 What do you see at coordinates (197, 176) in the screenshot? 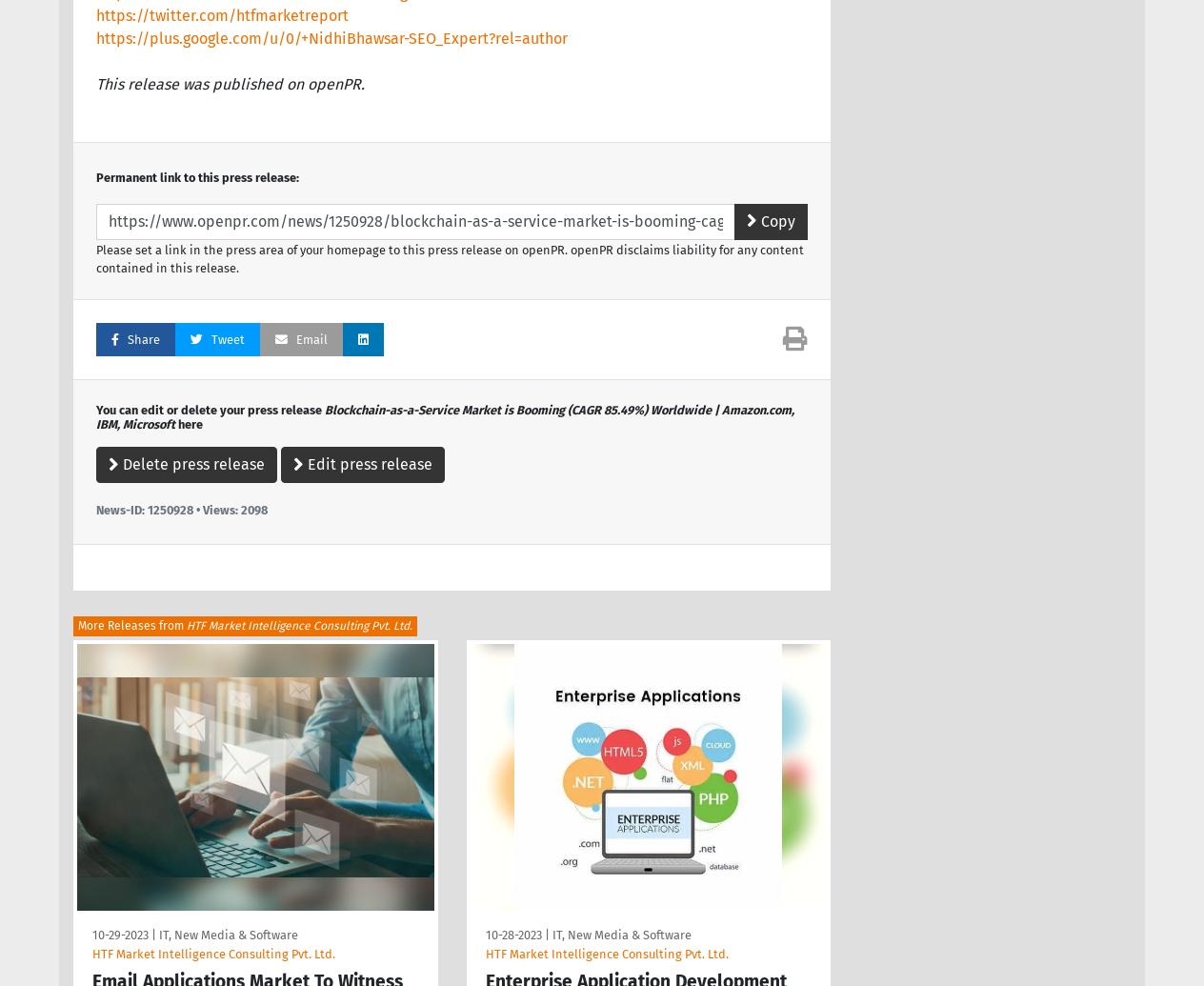
I see `'Permanent link to this press release:'` at bounding box center [197, 176].